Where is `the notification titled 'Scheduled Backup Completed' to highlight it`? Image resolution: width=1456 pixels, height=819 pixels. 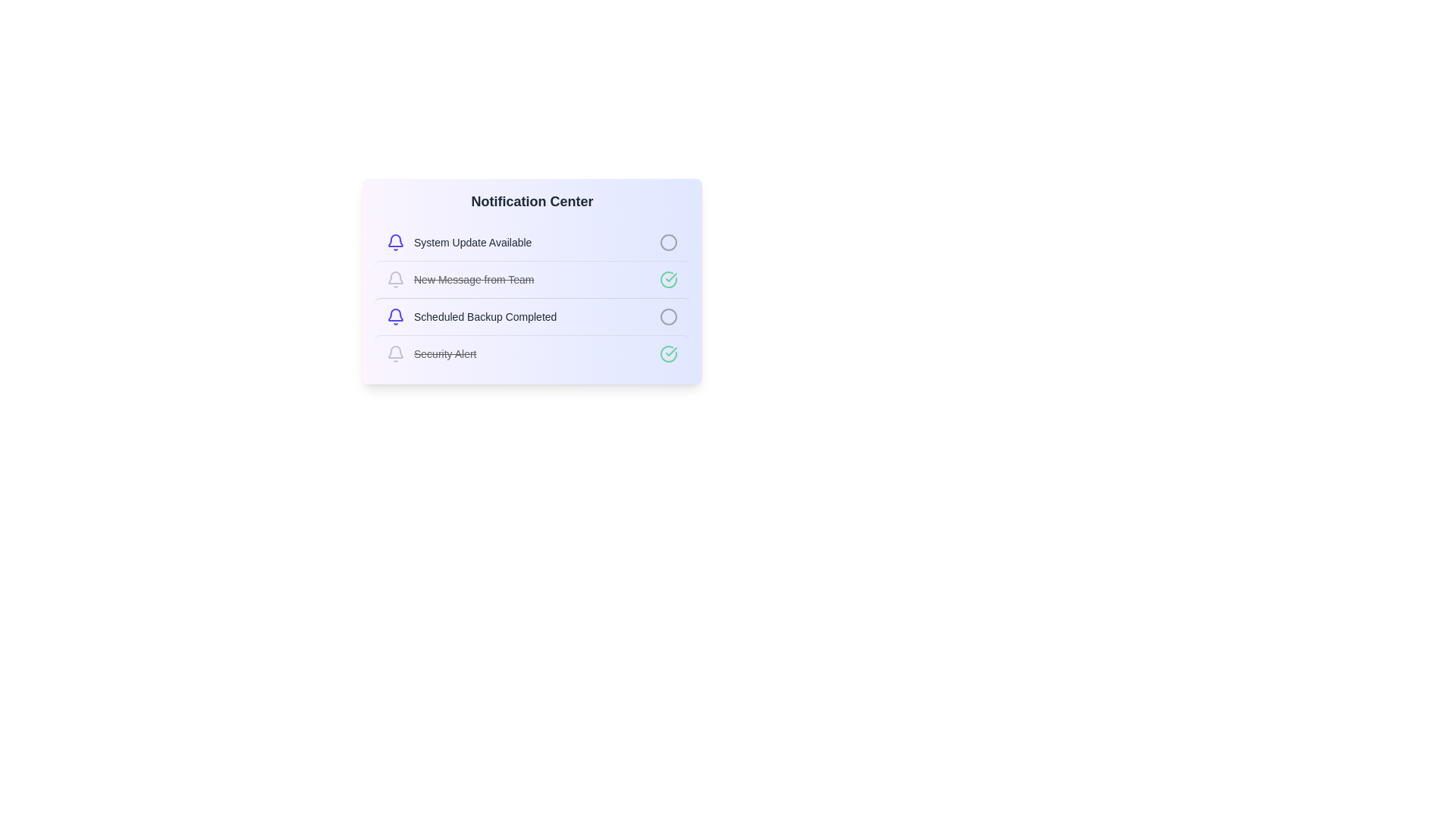 the notification titled 'Scheduled Backup Completed' to highlight it is located at coordinates (532, 315).